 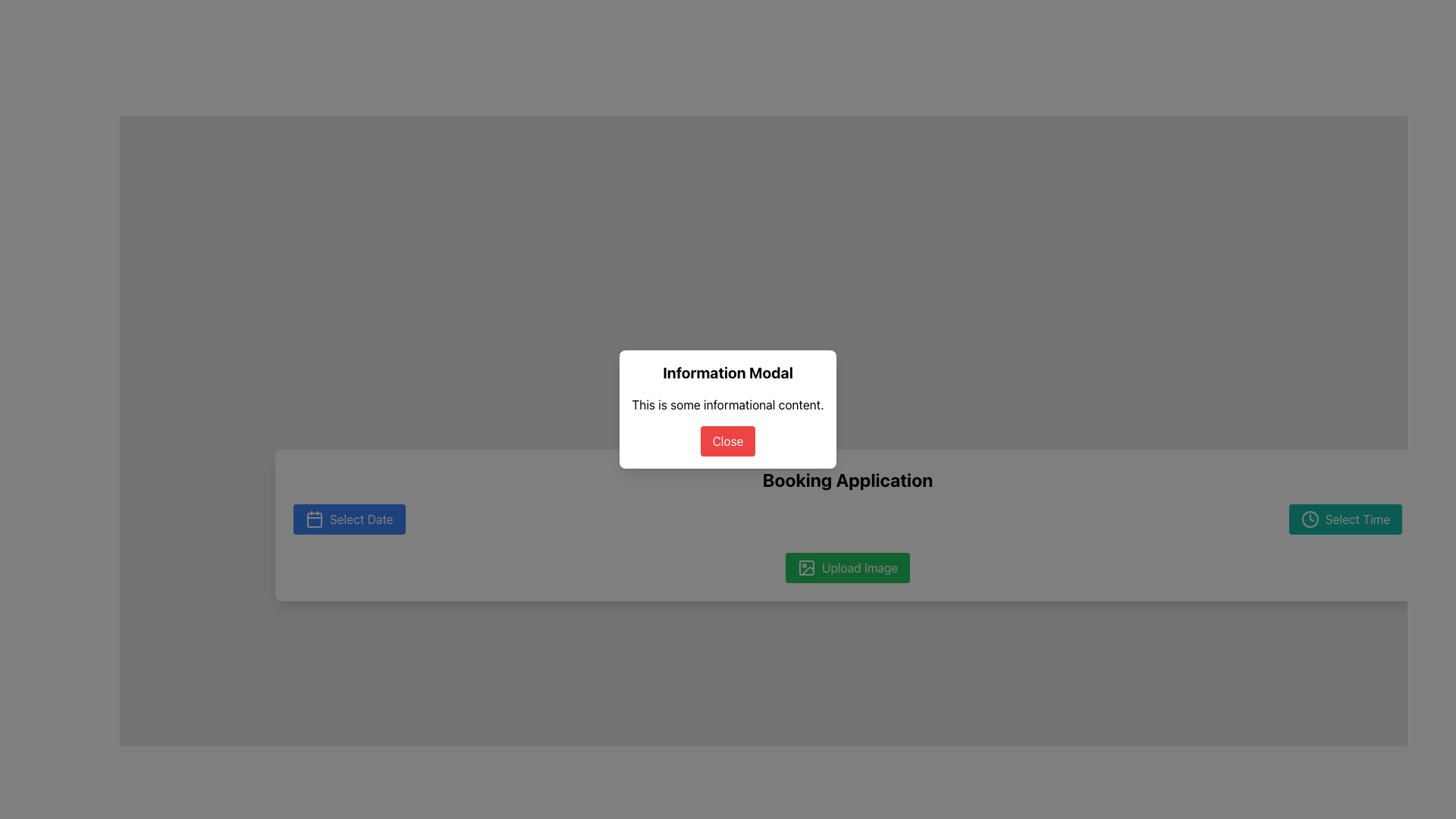 What do you see at coordinates (805, 567) in the screenshot?
I see `the top-left rounded green rectangle within the 'Upload Image' section of the interface` at bounding box center [805, 567].